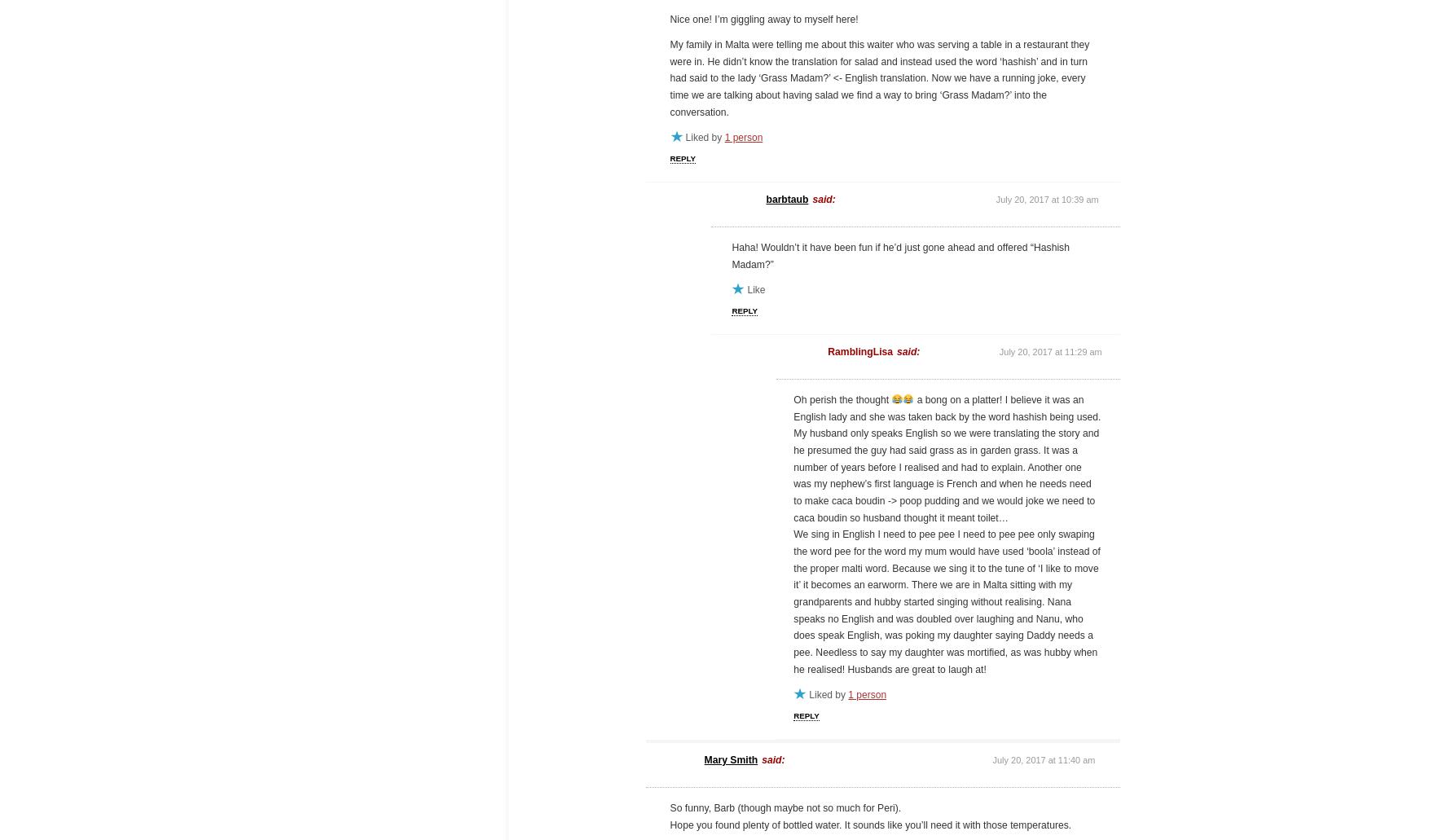  What do you see at coordinates (756, 289) in the screenshot?
I see `'Like'` at bounding box center [756, 289].